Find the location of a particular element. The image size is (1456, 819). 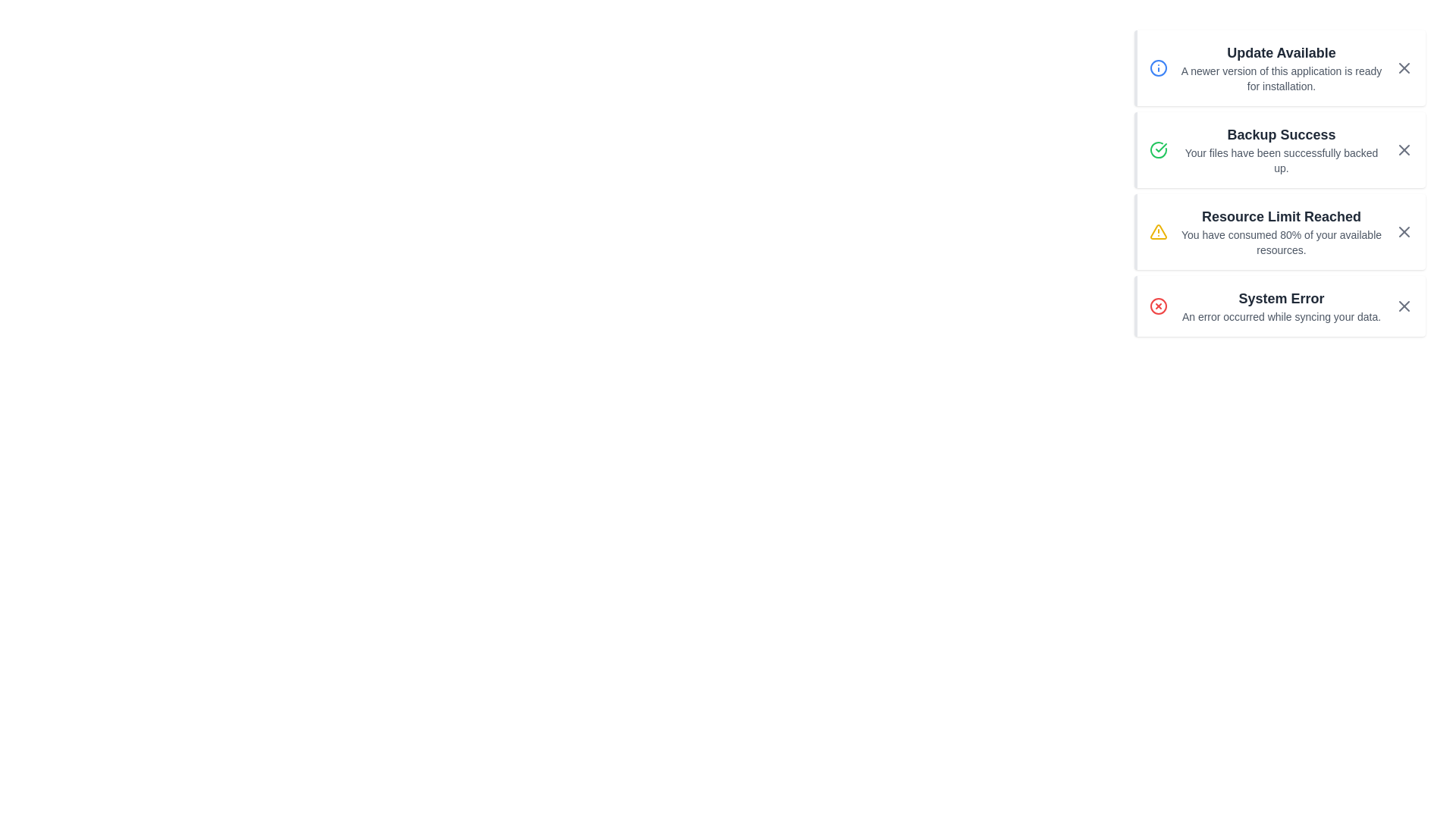

the close button located at the bottom right of the alert message is located at coordinates (1404, 306).